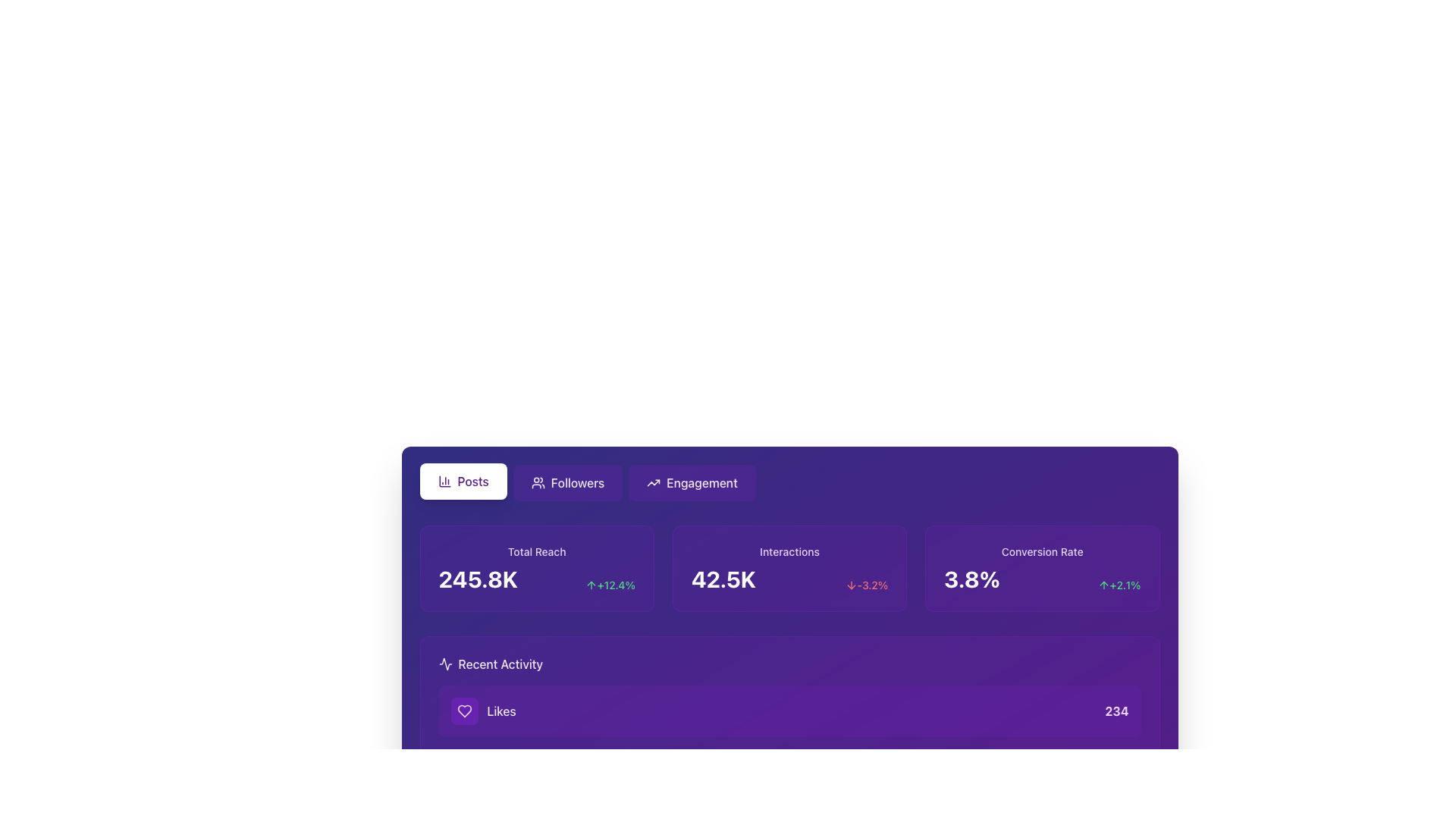 Image resolution: width=1456 pixels, height=819 pixels. What do you see at coordinates (538, 482) in the screenshot?
I see `the 'Followers' button, which is the second button from the left in a row of three buttons` at bounding box center [538, 482].